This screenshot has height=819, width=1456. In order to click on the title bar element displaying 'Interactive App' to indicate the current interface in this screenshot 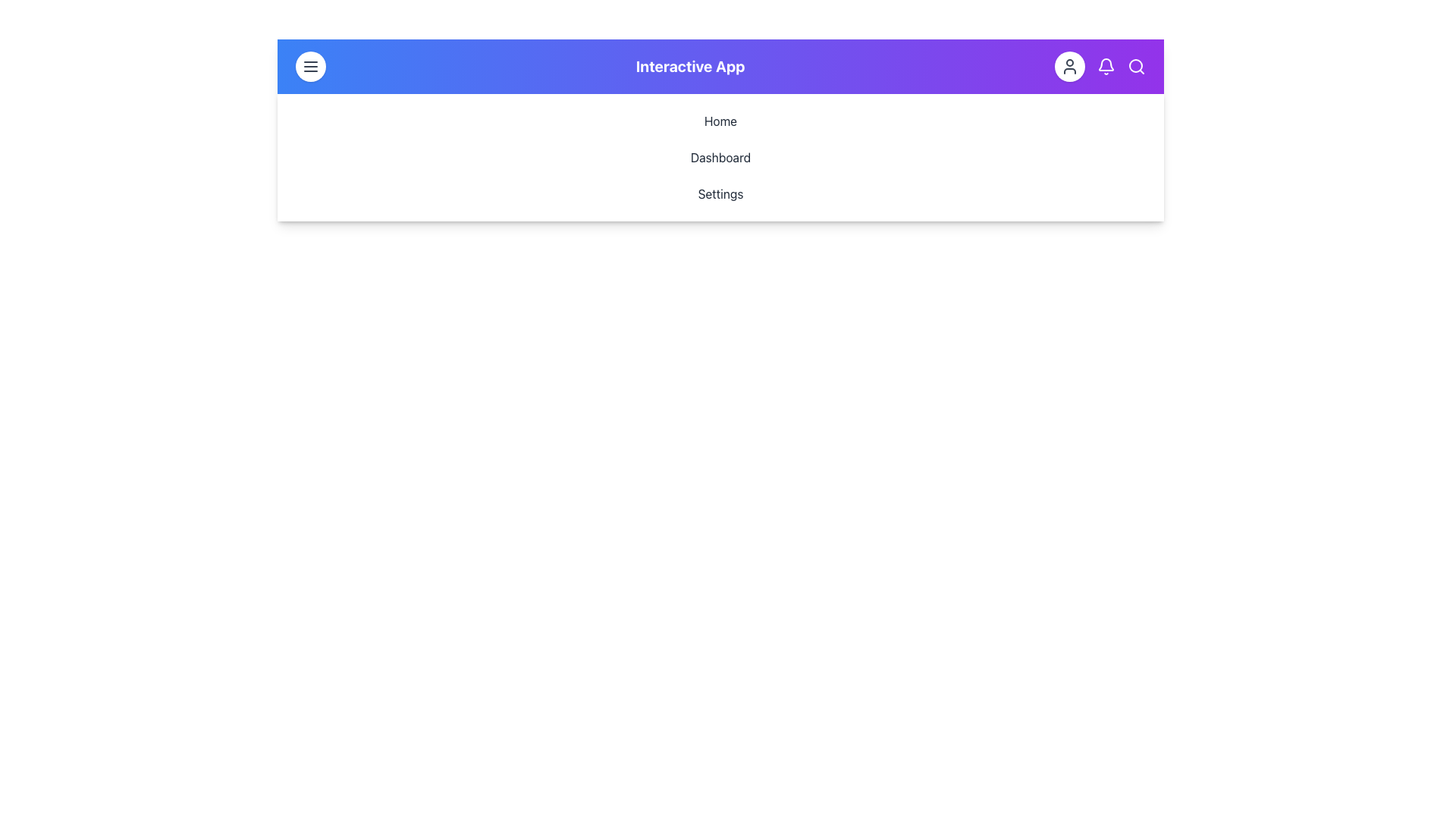, I will do `click(720, 66)`.